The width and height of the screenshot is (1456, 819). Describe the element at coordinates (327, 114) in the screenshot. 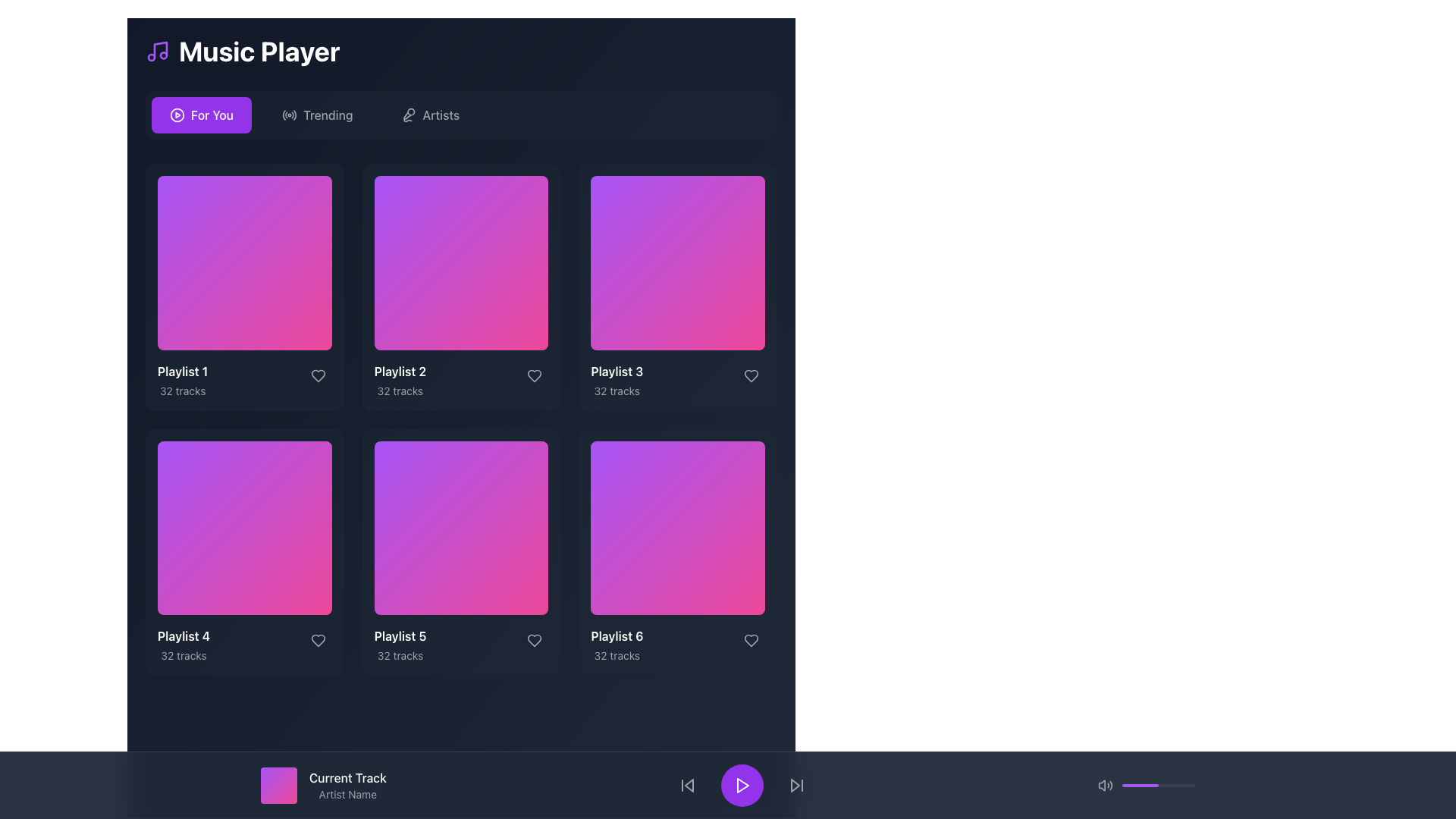

I see `the 'Trending' text label in the horizontal navigation bar` at that location.